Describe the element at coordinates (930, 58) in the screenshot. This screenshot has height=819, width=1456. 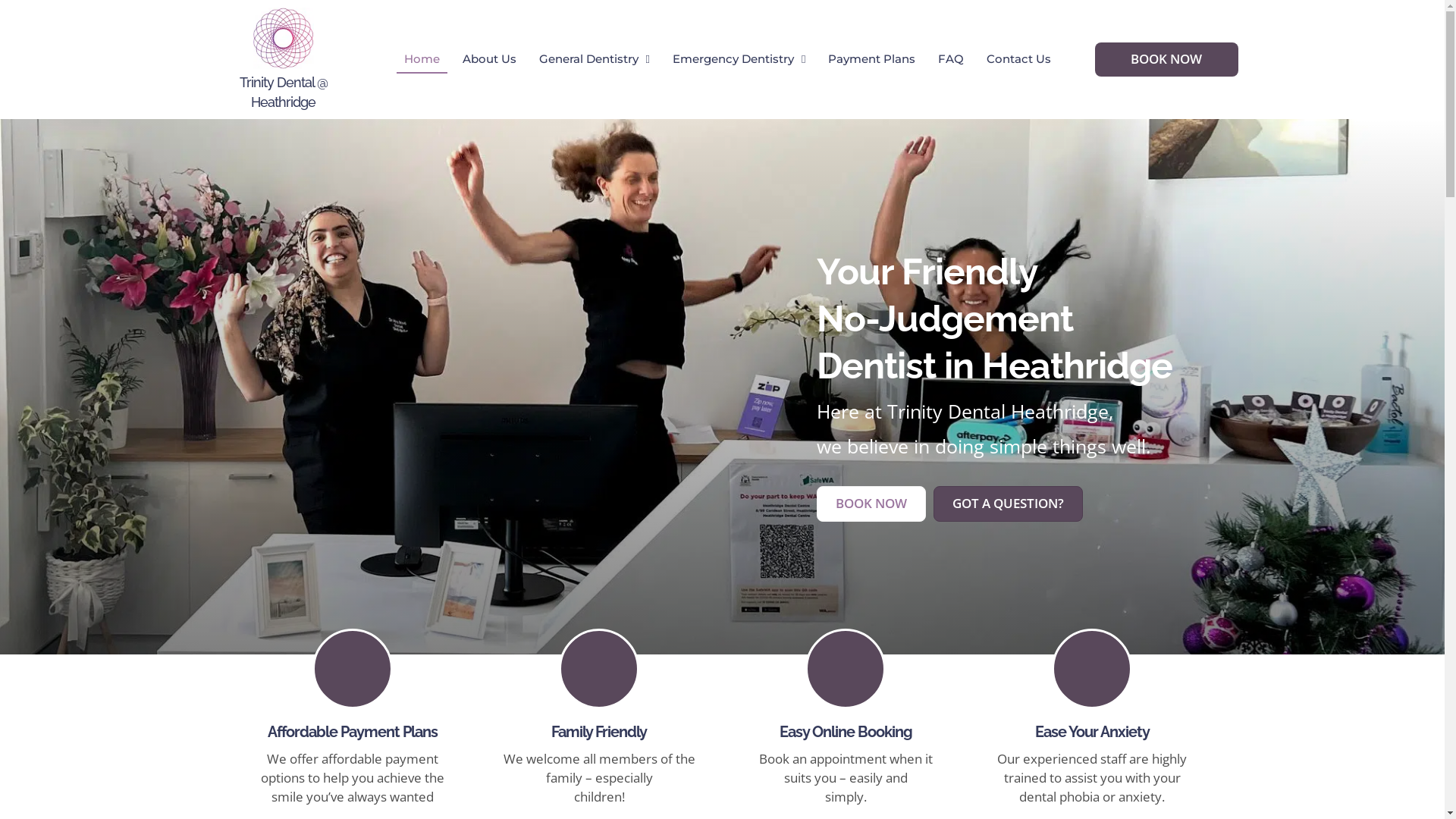
I see `'FAQ'` at that location.